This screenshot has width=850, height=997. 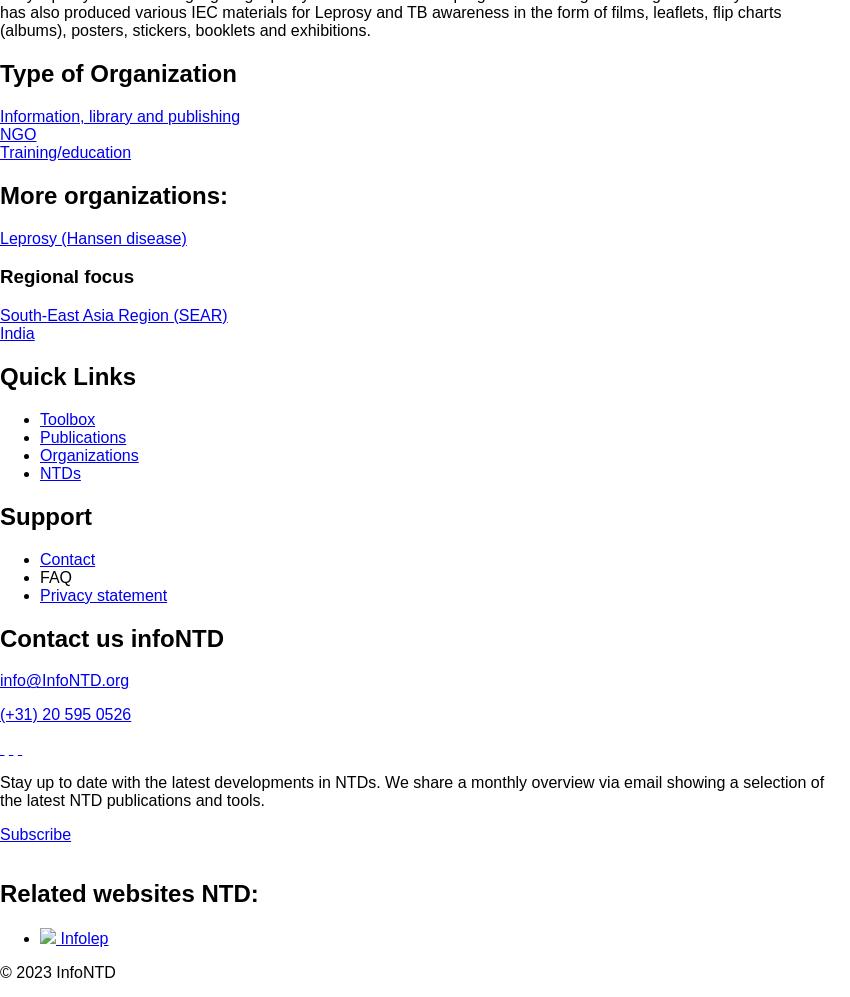 I want to click on 'Subscribe', so click(x=34, y=834).